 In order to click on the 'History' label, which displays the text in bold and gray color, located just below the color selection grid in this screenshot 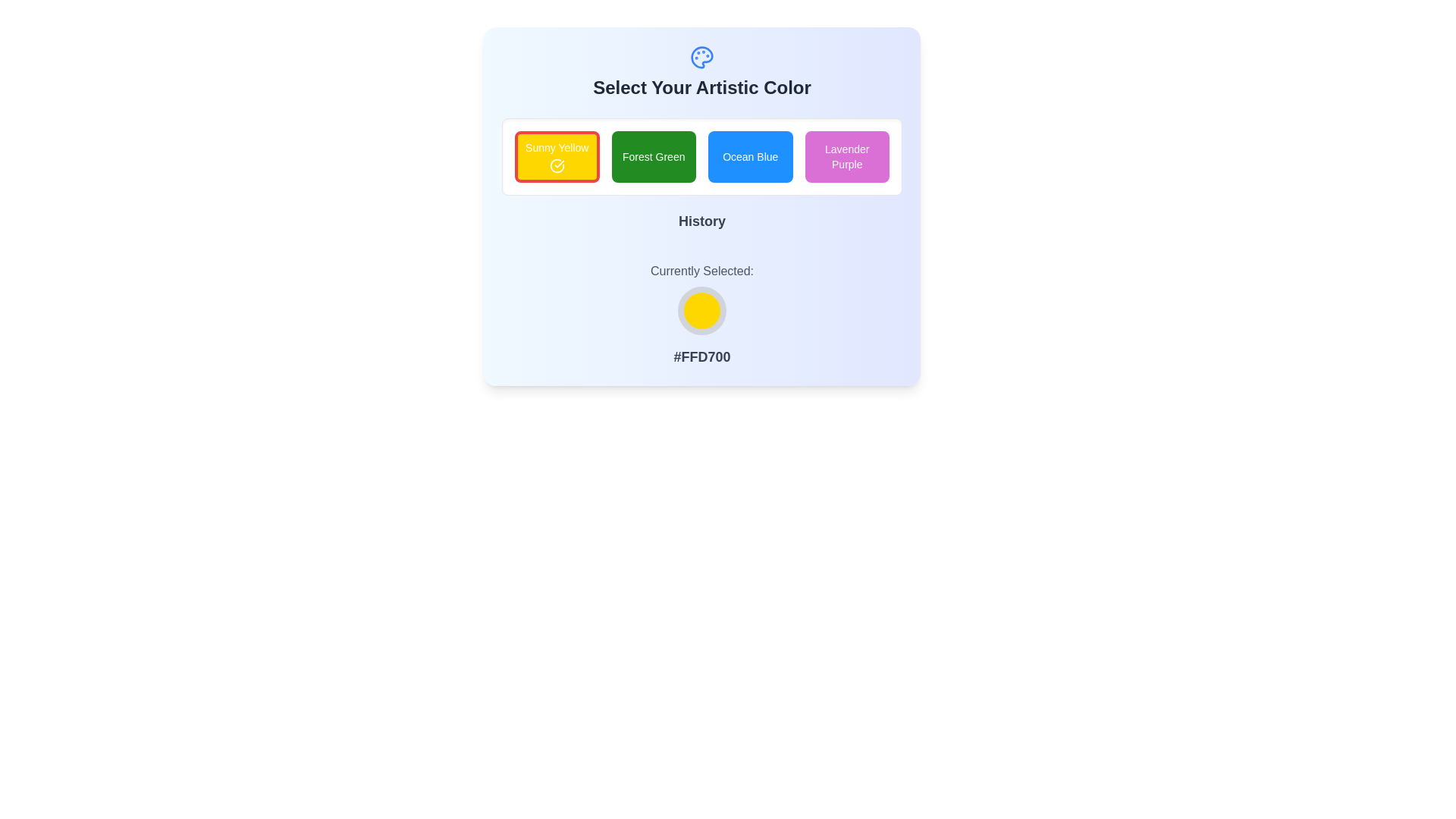, I will do `click(701, 224)`.